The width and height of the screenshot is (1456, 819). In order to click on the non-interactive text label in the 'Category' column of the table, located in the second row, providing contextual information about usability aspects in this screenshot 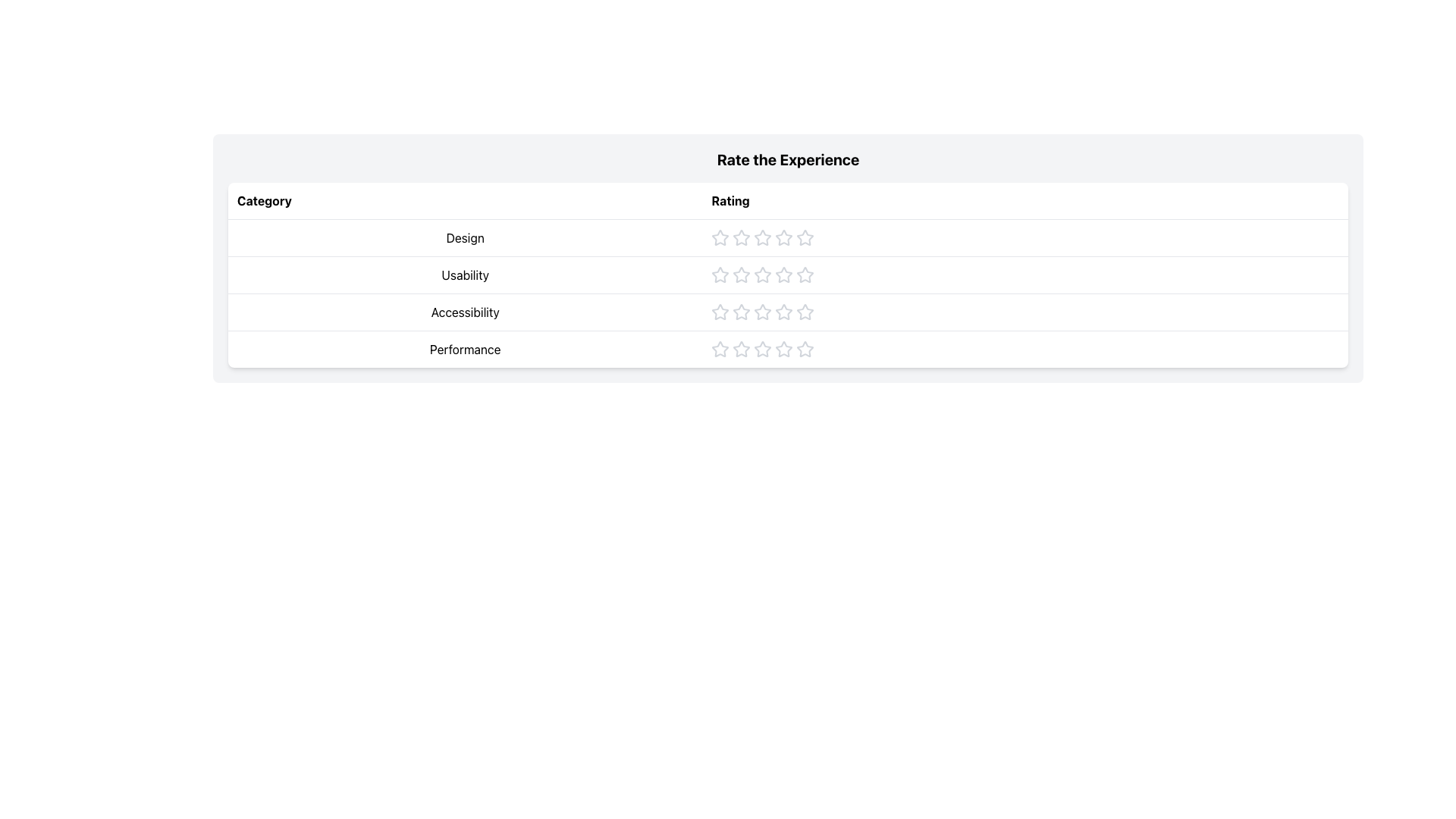, I will do `click(464, 275)`.